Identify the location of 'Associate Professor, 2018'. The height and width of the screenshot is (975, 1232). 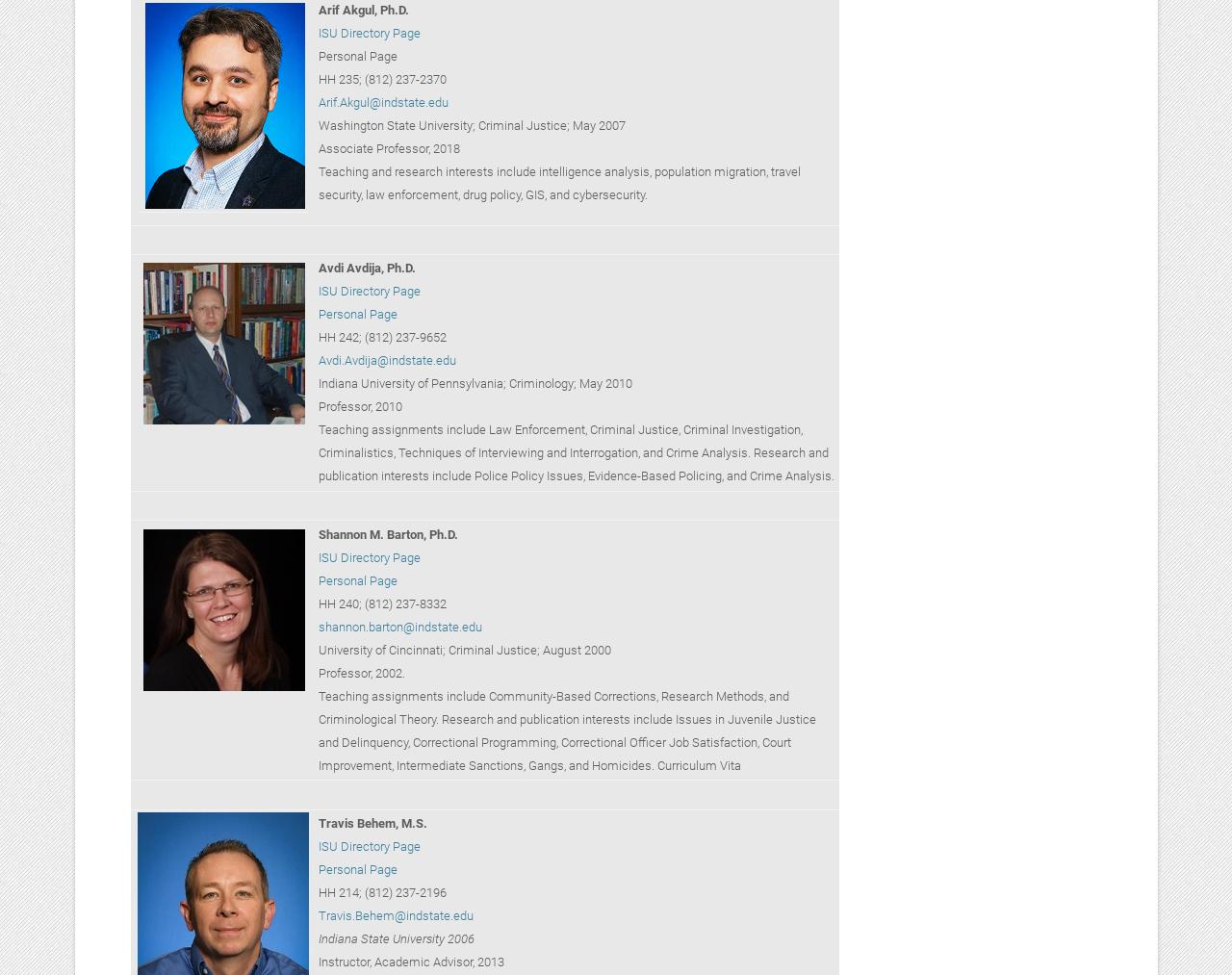
(387, 148).